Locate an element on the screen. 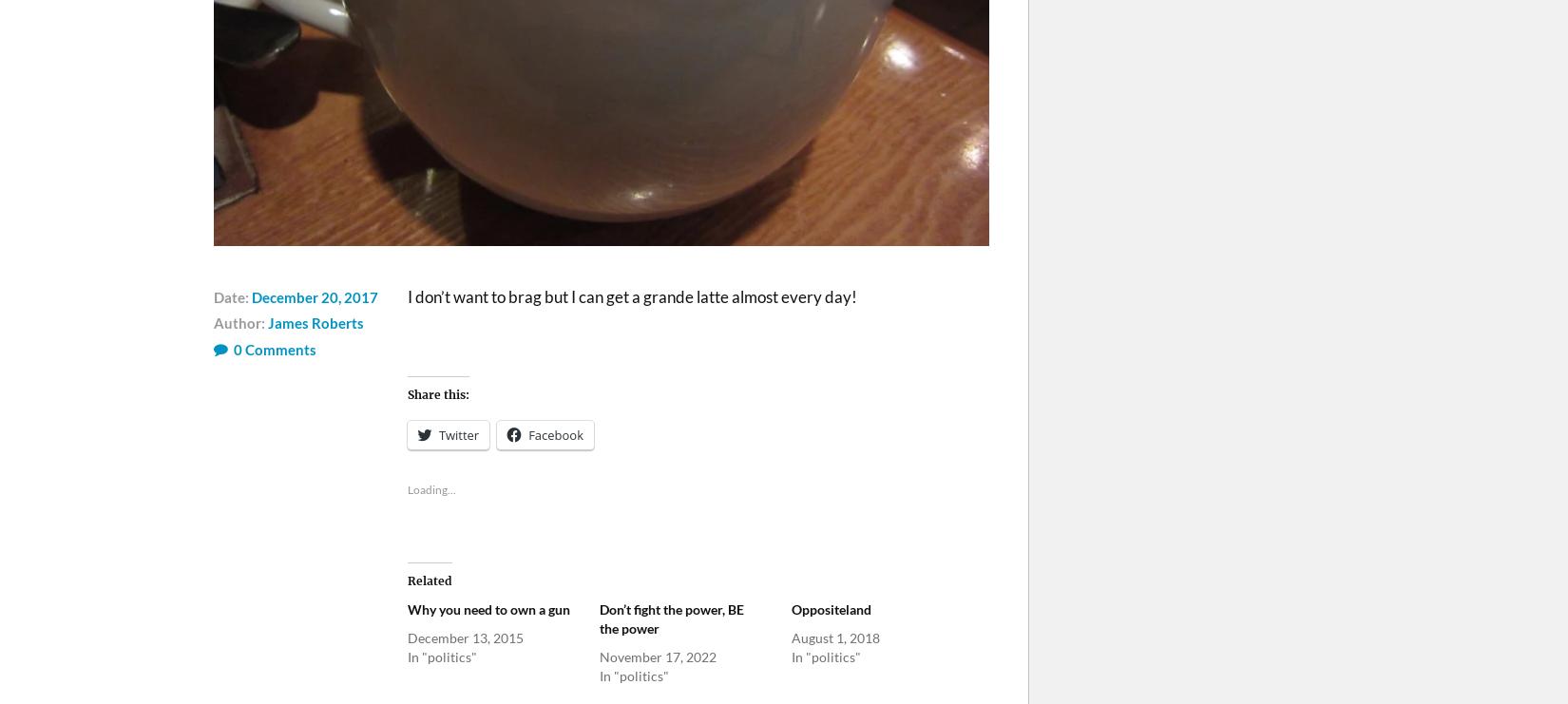  'Date:' is located at coordinates (233, 295).